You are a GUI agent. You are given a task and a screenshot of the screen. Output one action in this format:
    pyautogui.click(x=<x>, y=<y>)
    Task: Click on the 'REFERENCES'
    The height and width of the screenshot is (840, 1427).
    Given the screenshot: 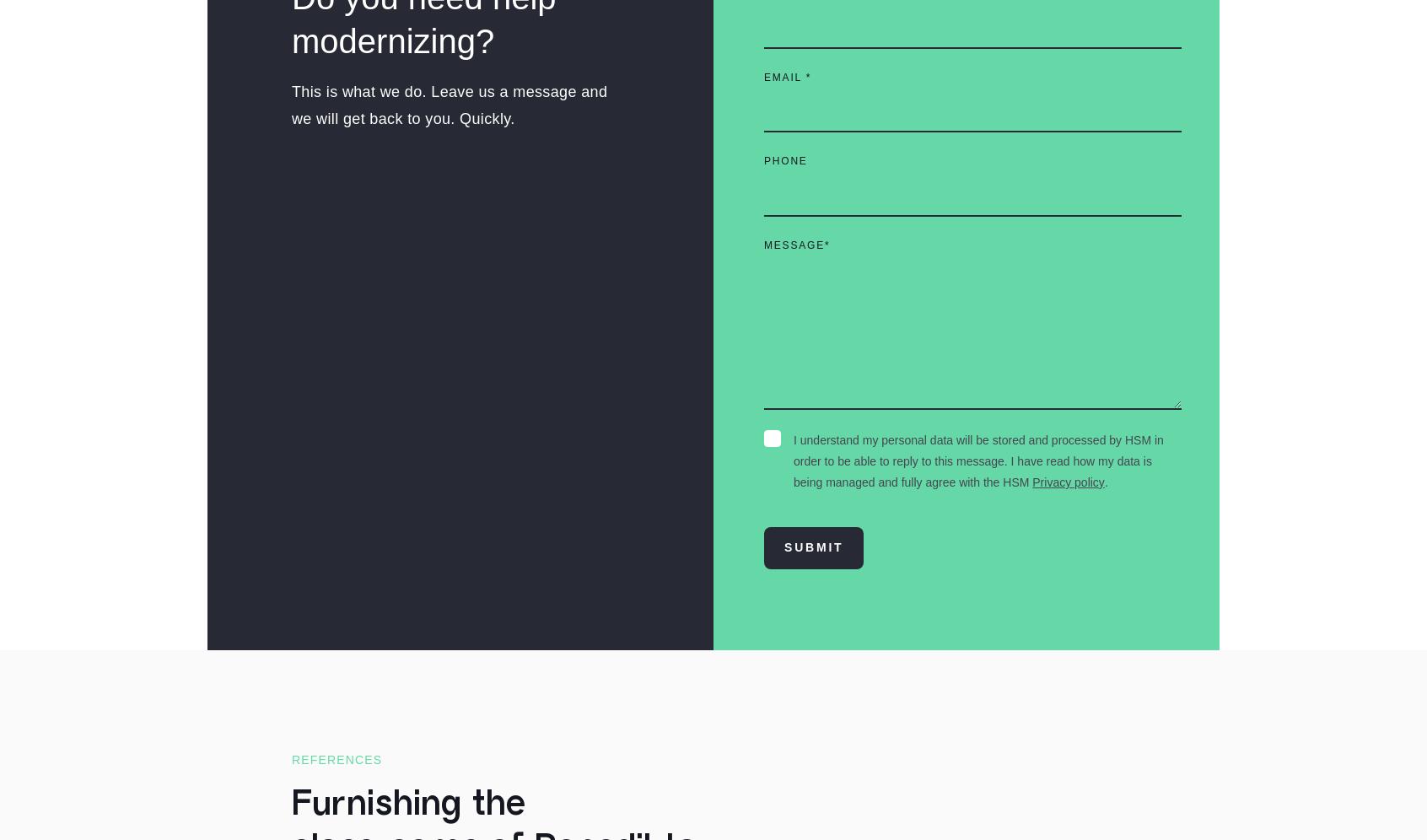 What is the action you would take?
    pyautogui.click(x=337, y=759)
    